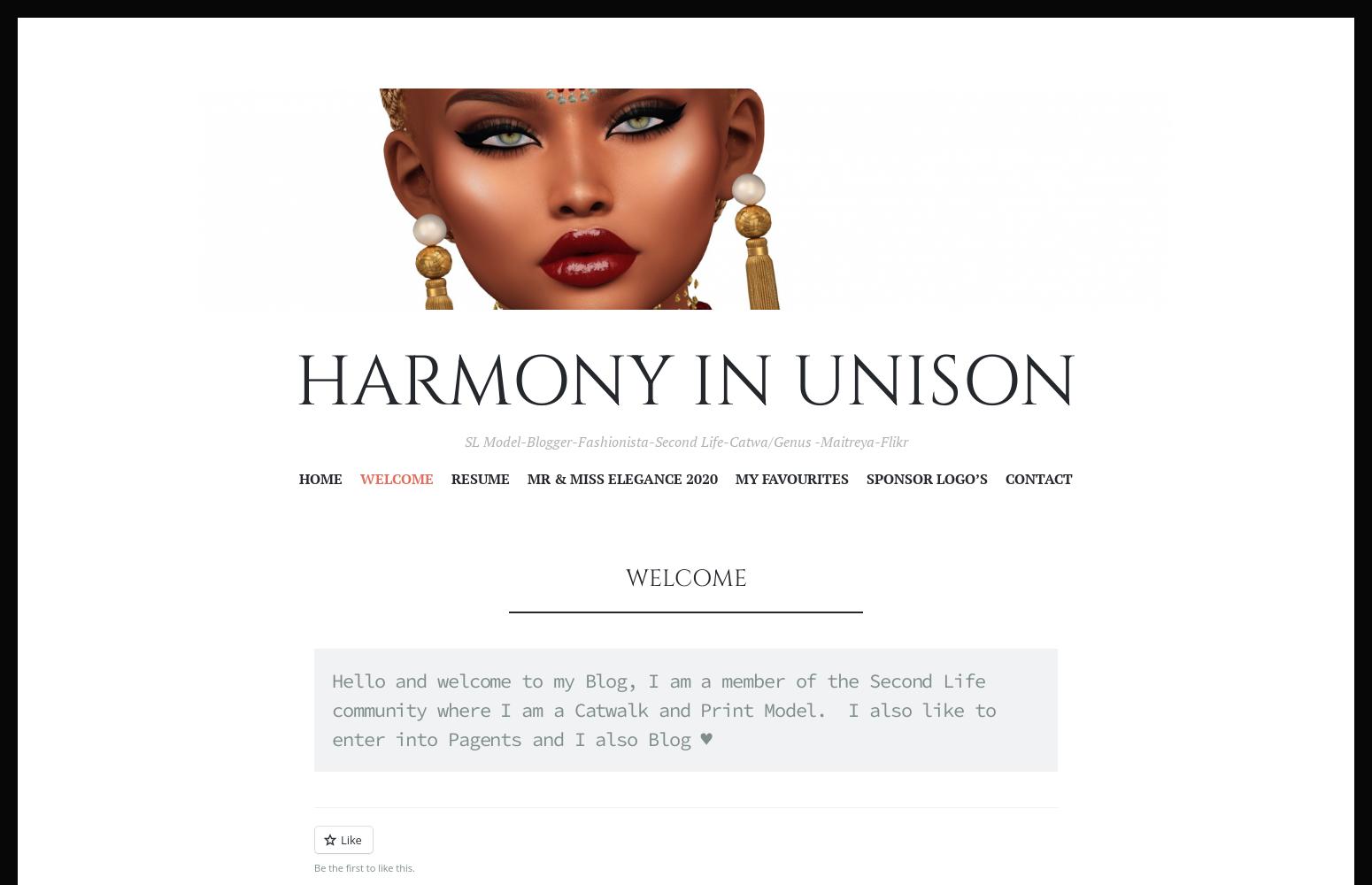 The image size is (1372, 885). Describe the element at coordinates (622, 479) in the screenshot. I see `'Mr & Miss Elegance 2020'` at that location.